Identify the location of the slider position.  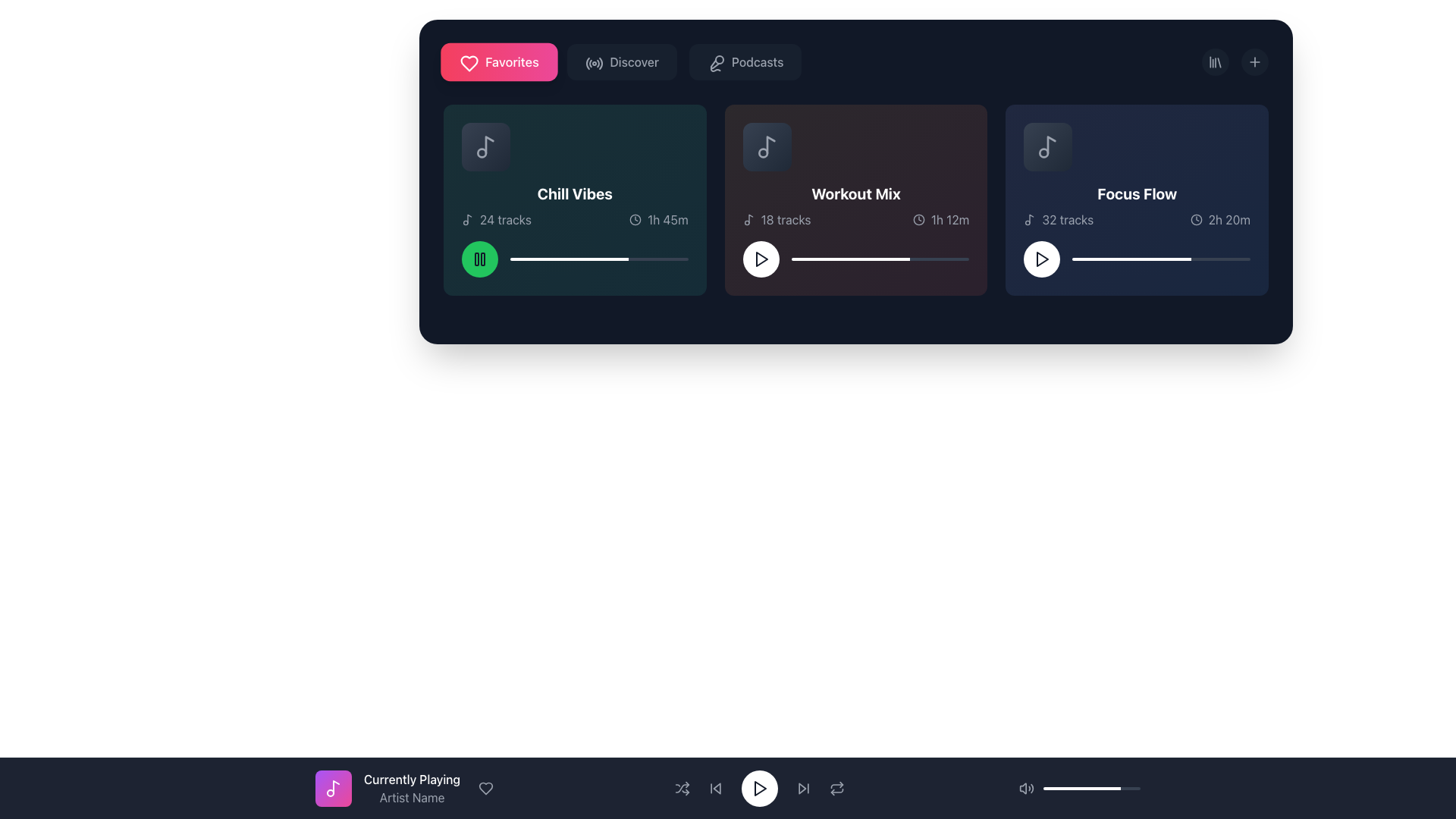
(1244, 259).